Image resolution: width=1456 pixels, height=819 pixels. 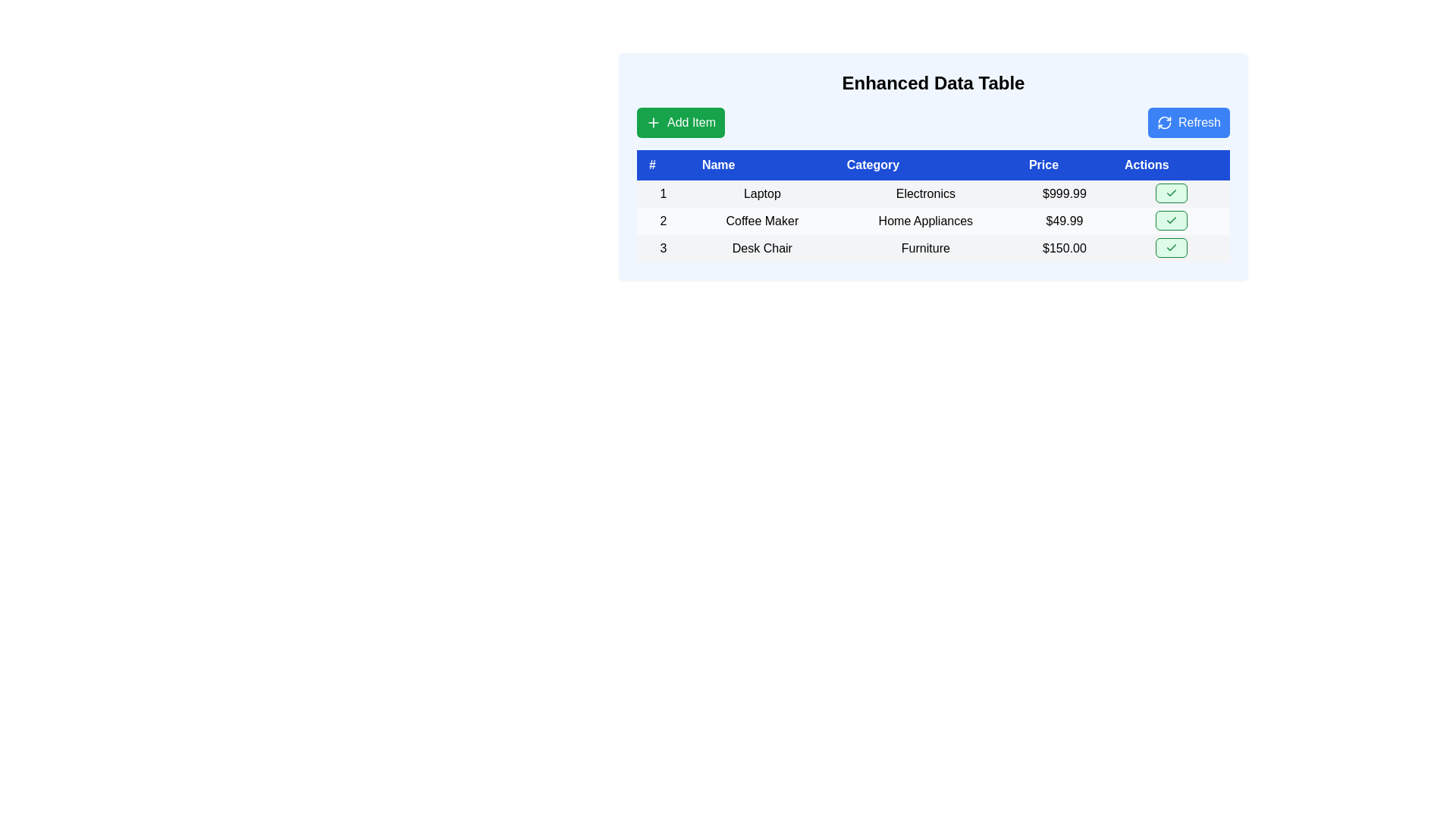 What do you see at coordinates (1063, 247) in the screenshot?
I see `the Text Label displaying the price of the 'Desk Chair' in the fourth column of the third row of the table` at bounding box center [1063, 247].